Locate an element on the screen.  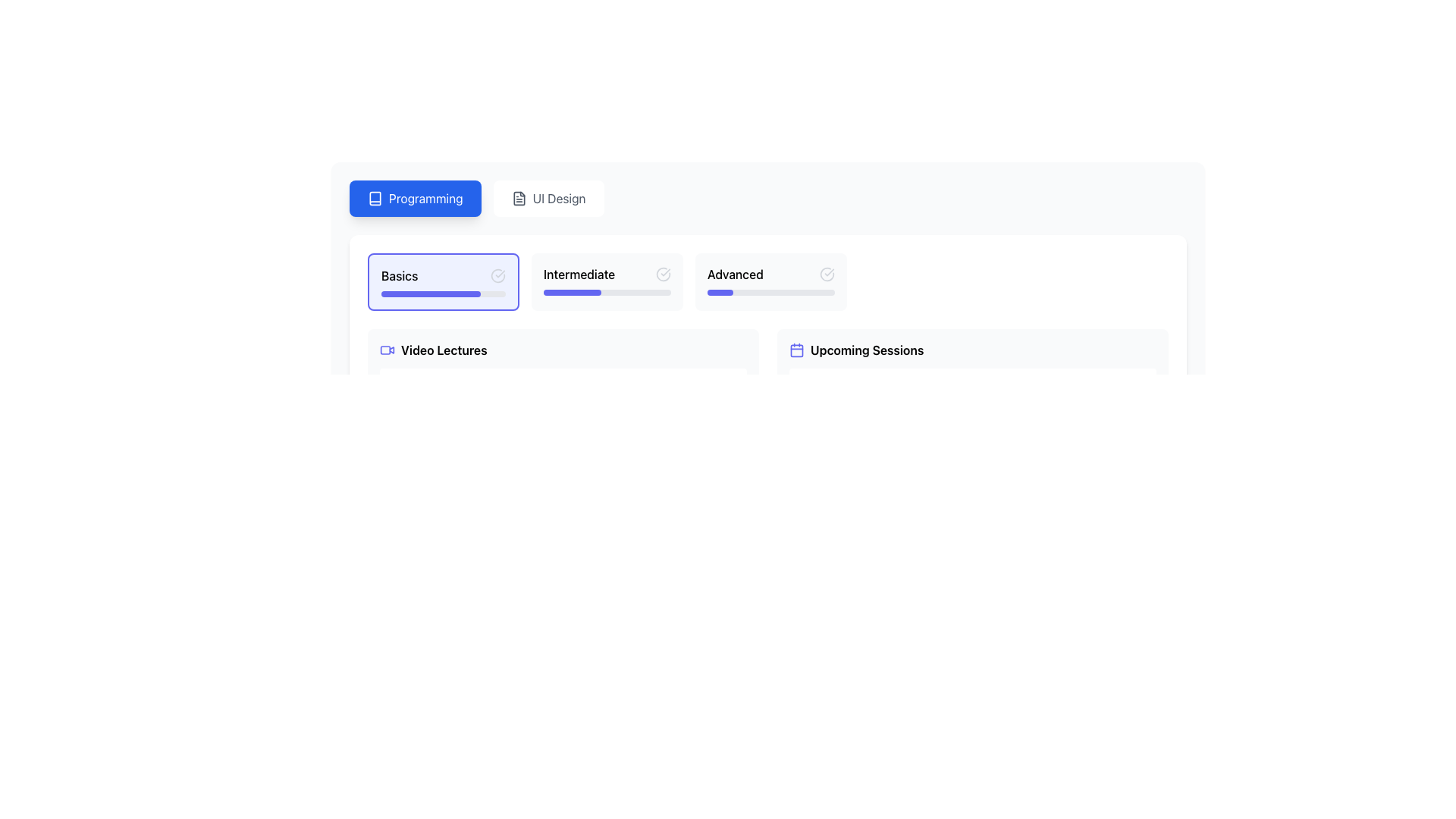
the 'UI Design' button located in the horizontal navigation bar near the top center of the interface is located at coordinates (558, 198).